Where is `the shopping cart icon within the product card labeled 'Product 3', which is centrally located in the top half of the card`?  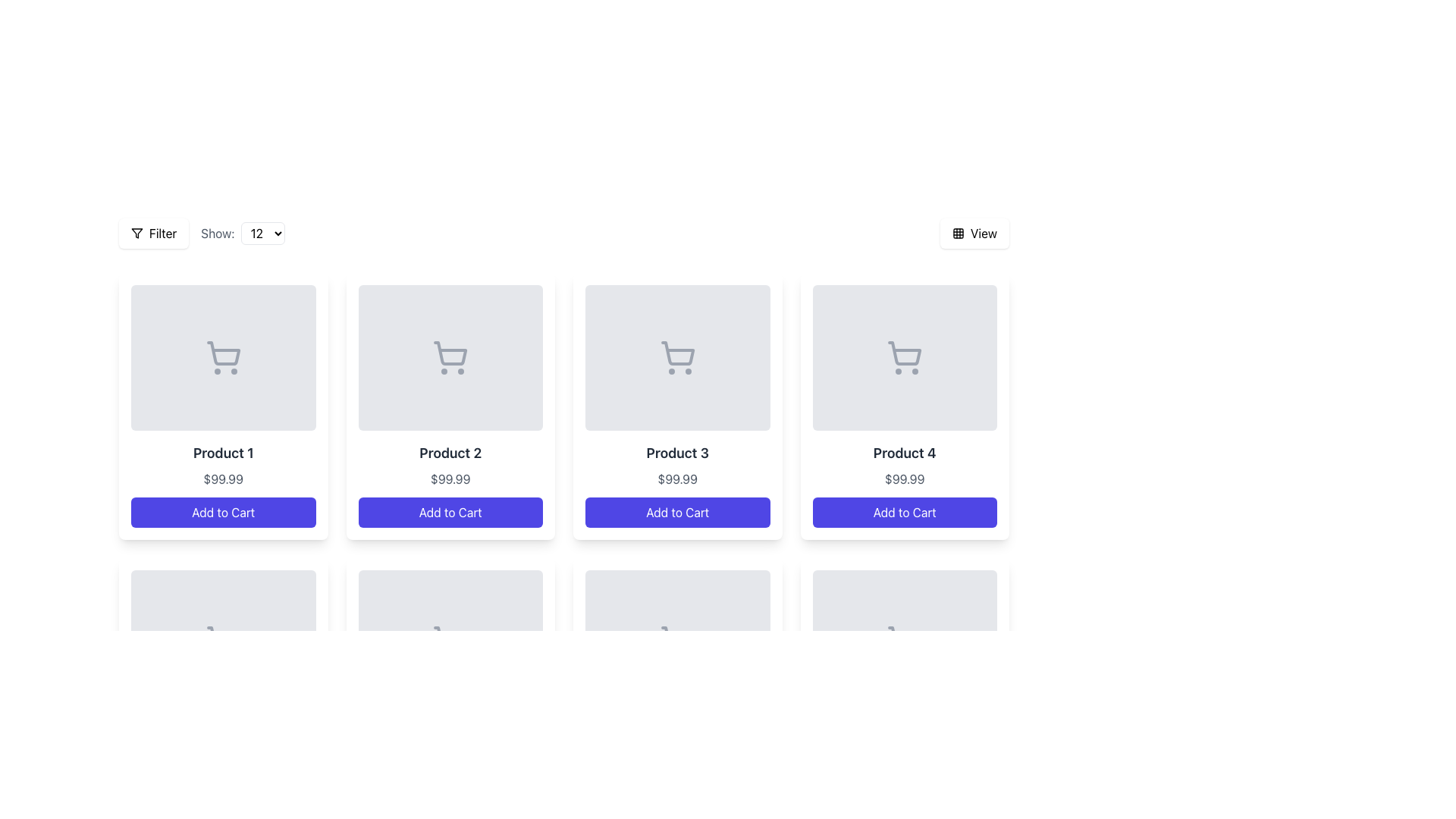 the shopping cart icon within the product card labeled 'Product 3', which is centrally located in the top half of the card is located at coordinates (676, 357).